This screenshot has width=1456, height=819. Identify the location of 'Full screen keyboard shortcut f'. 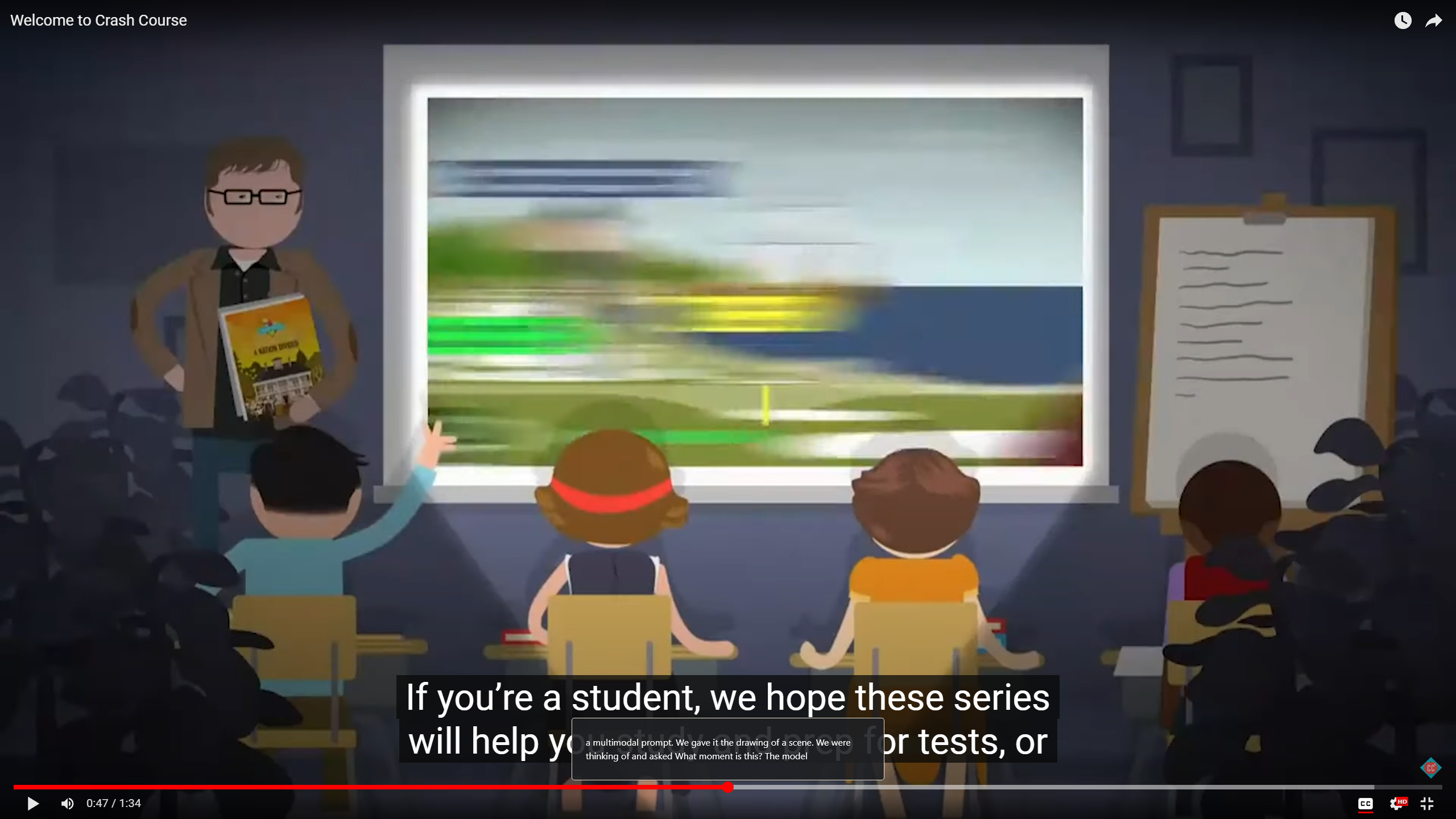
(1428, 803).